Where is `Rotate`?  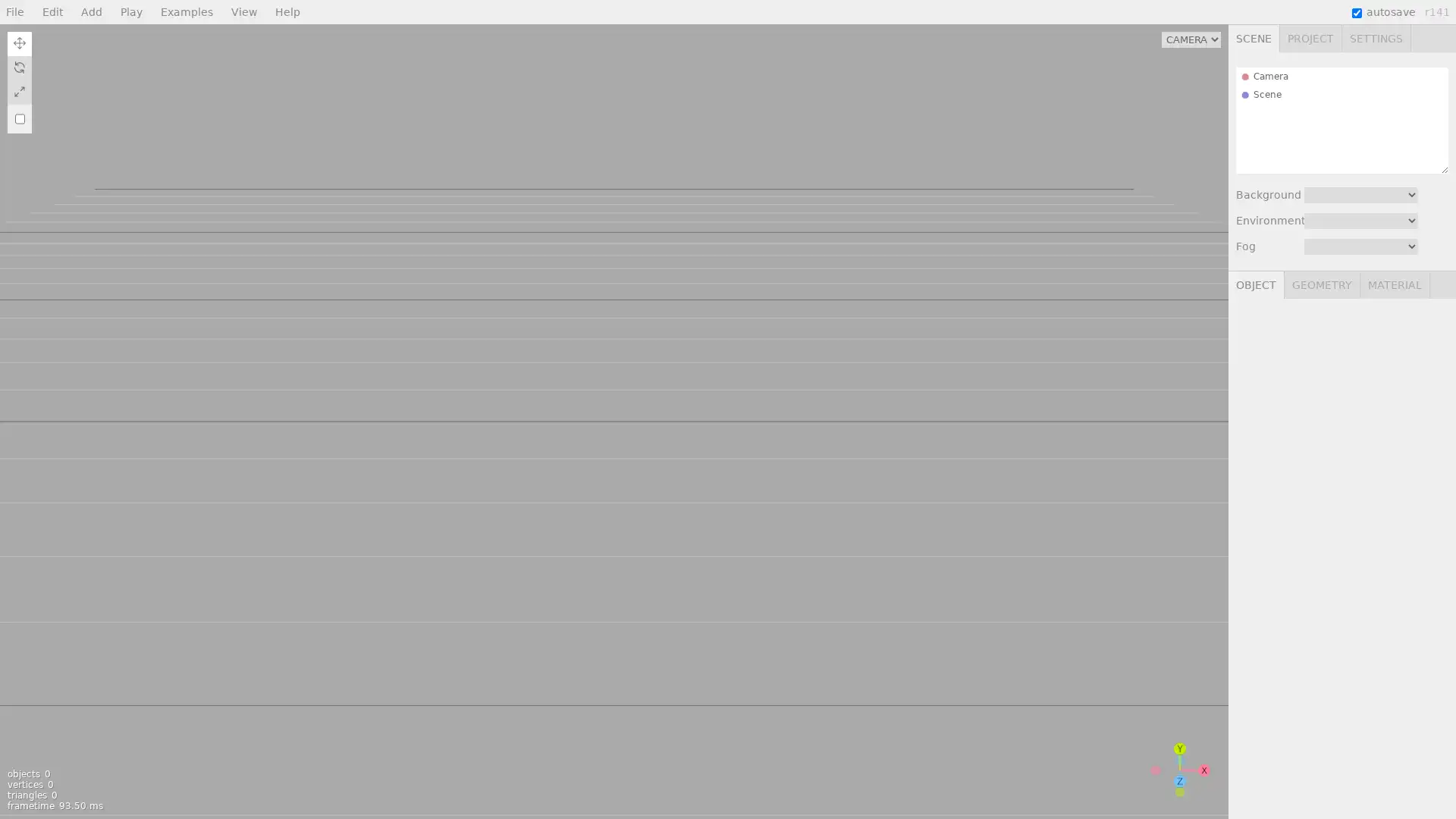 Rotate is located at coordinates (19, 67).